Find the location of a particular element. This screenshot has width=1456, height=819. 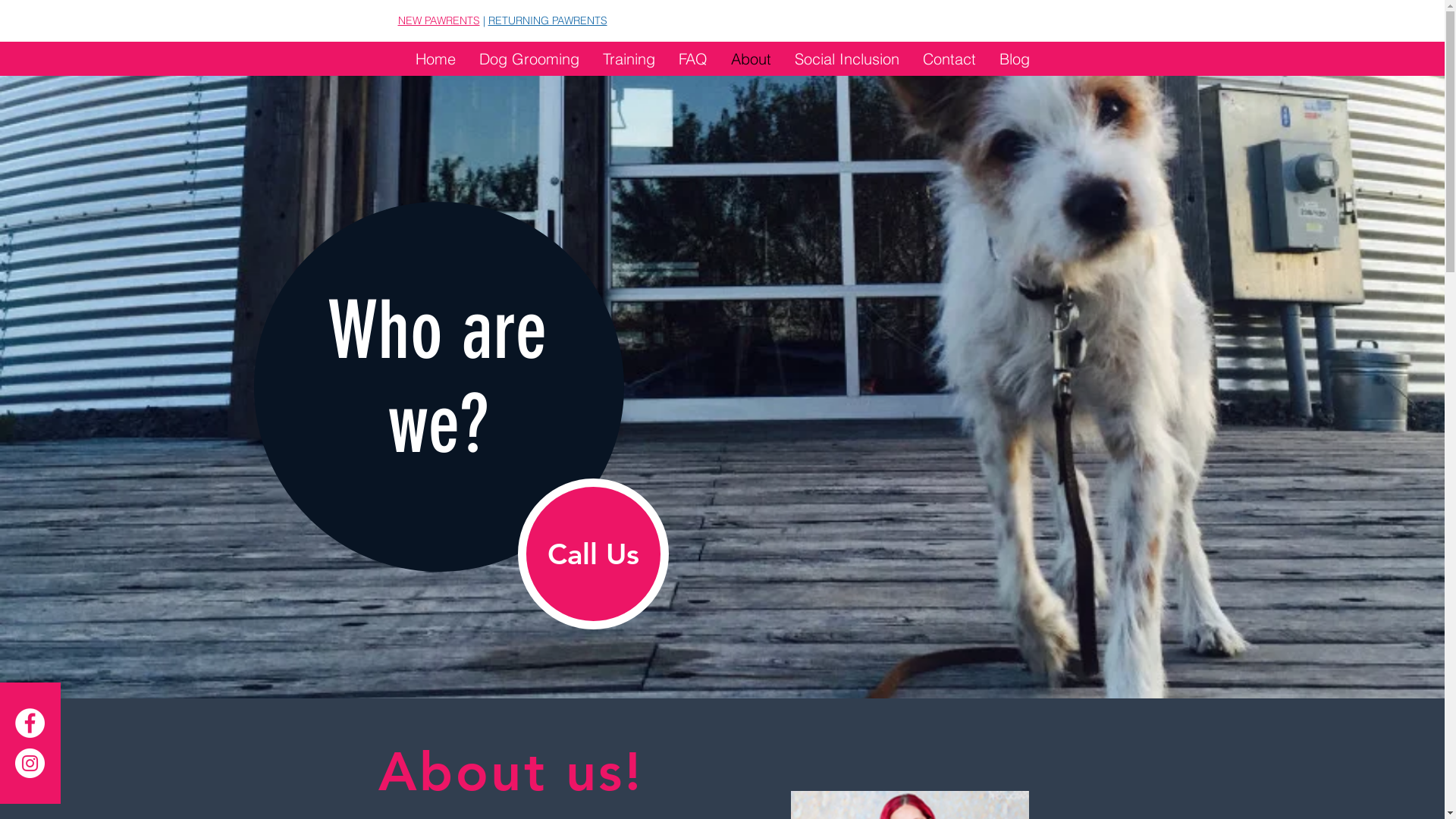

'Blog' is located at coordinates (987, 58).